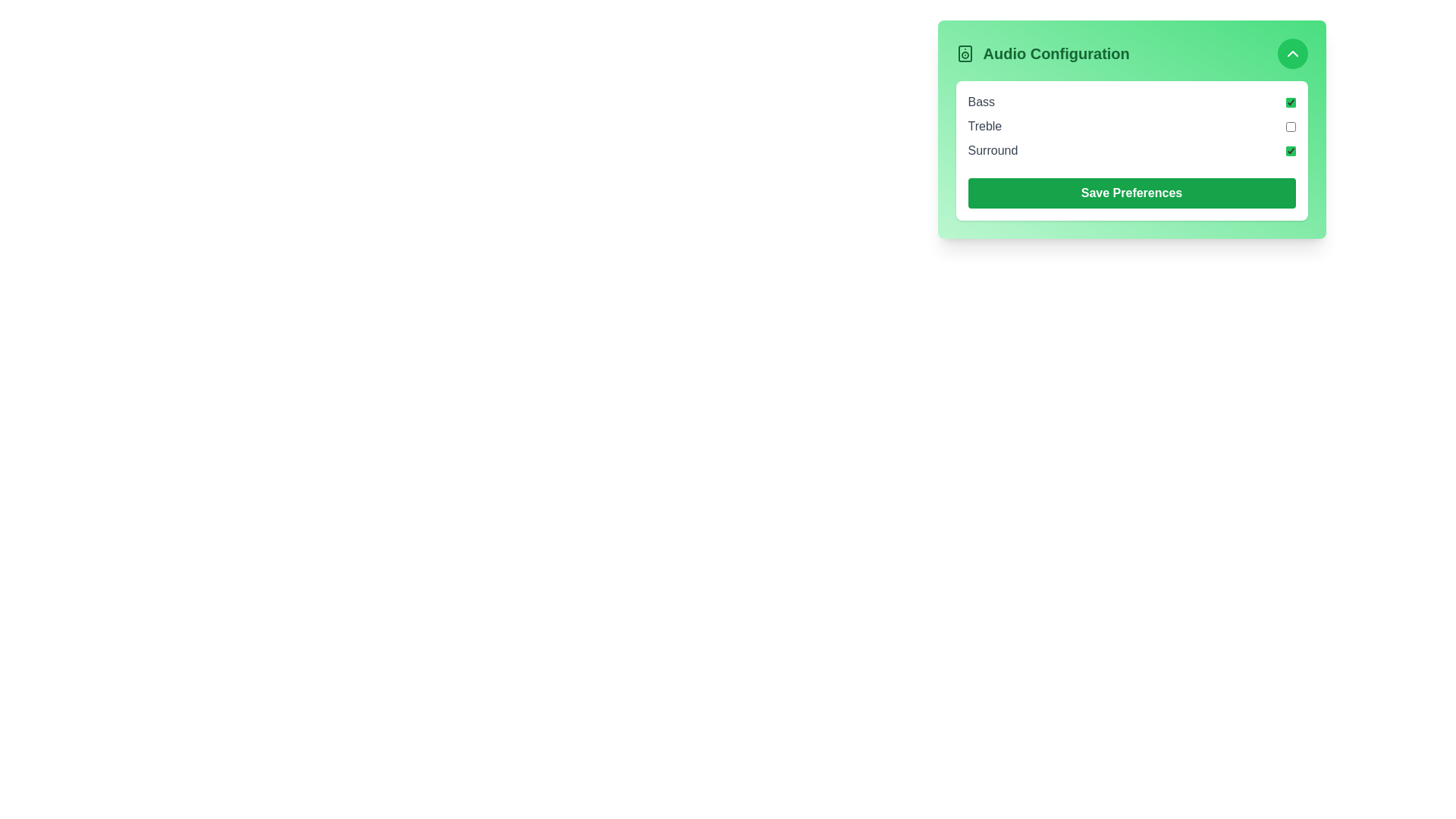 Image resolution: width=1456 pixels, height=819 pixels. I want to click on the checkbox labeled 'Treble', so click(1131, 125).